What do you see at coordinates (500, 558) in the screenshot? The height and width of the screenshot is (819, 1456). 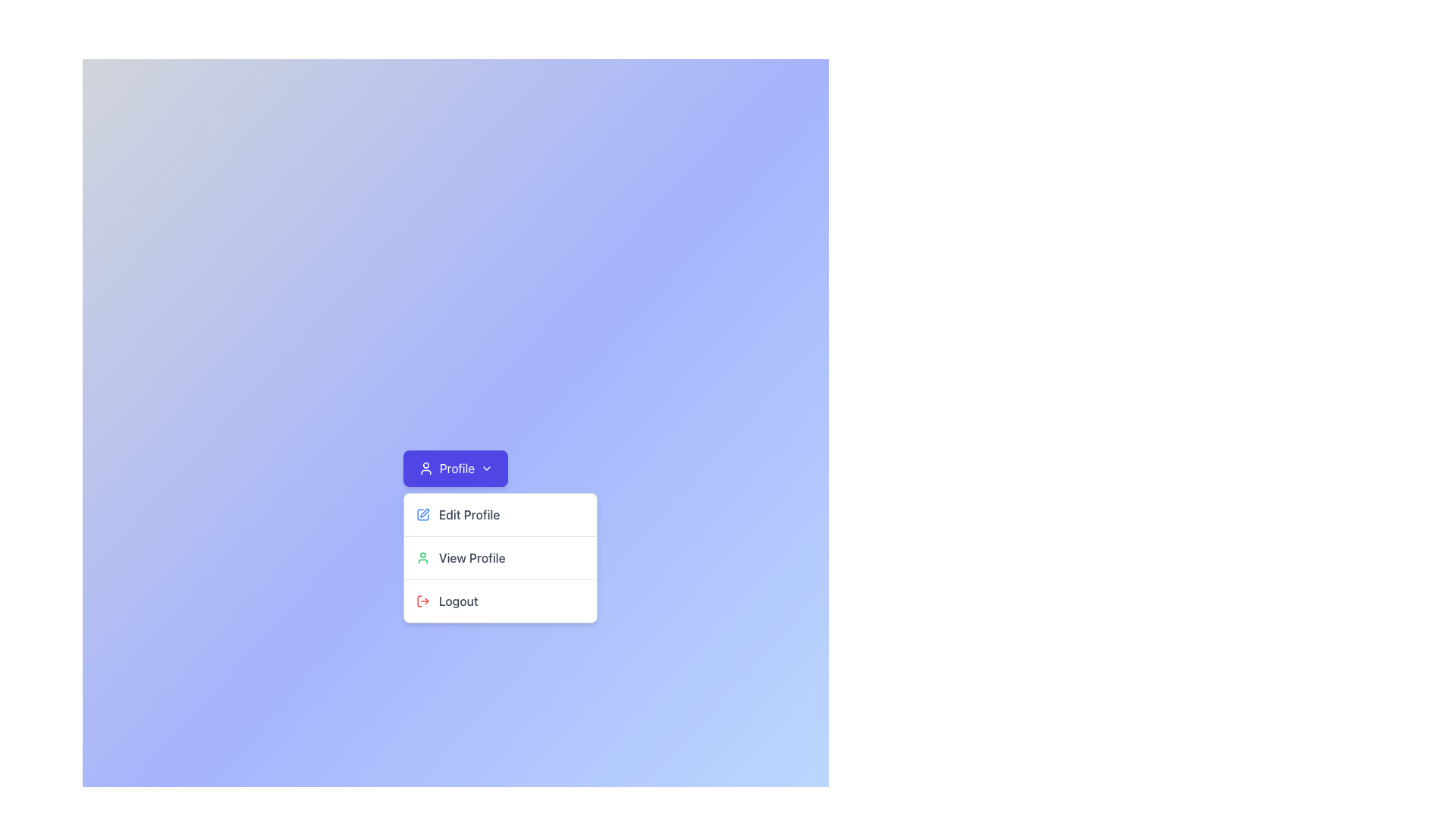 I see `the 'View Profile' menu item, which is the second item in the vertical dropdown menu` at bounding box center [500, 558].